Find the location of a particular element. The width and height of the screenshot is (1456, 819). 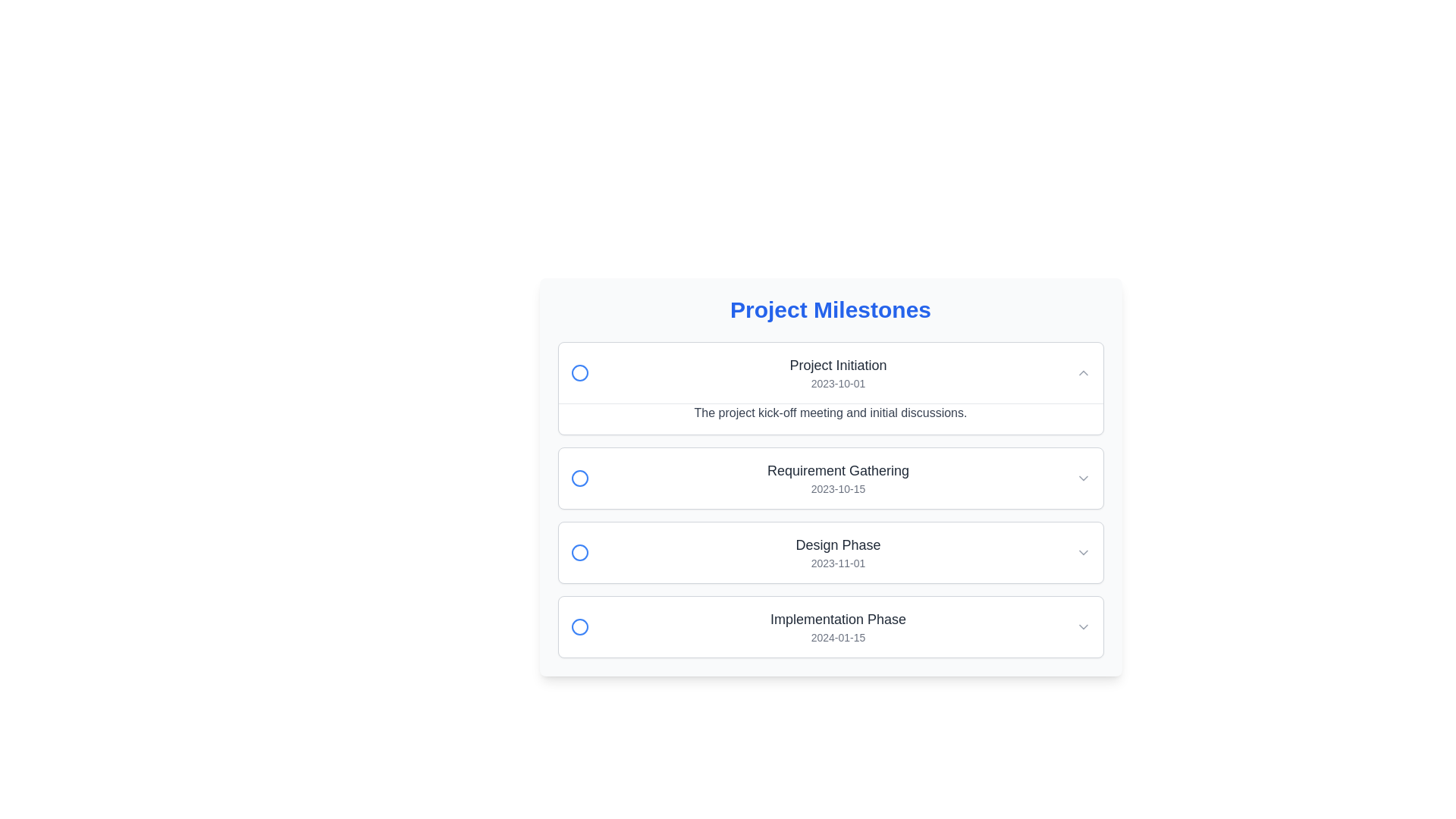

the text label displaying the date '2023-10-15', which is styled in gray and positioned below the title 'Requirement Gathering' is located at coordinates (837, 488).